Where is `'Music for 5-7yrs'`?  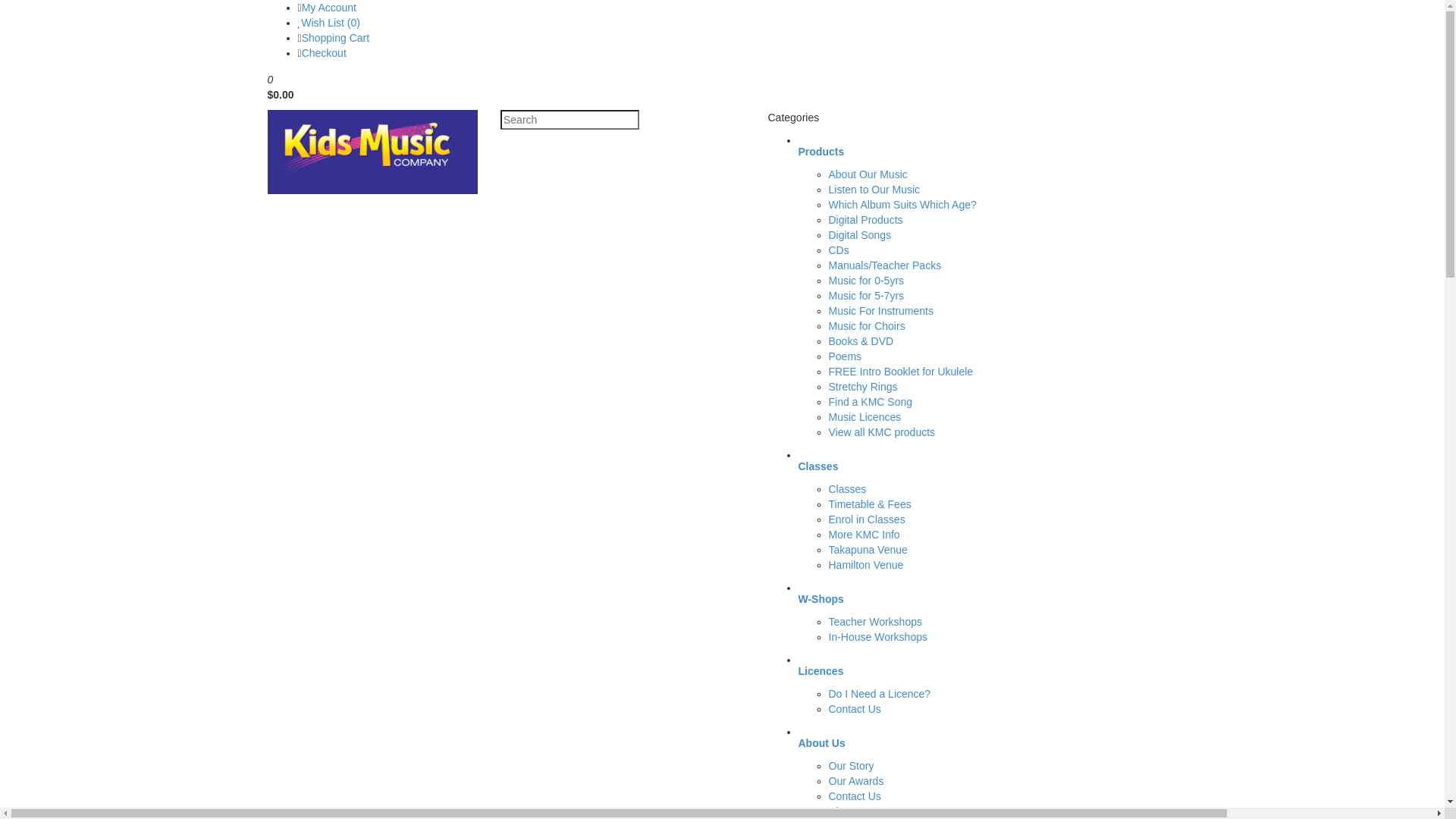
'Music for 5-7yrs' is located at coordinates (866, 295).